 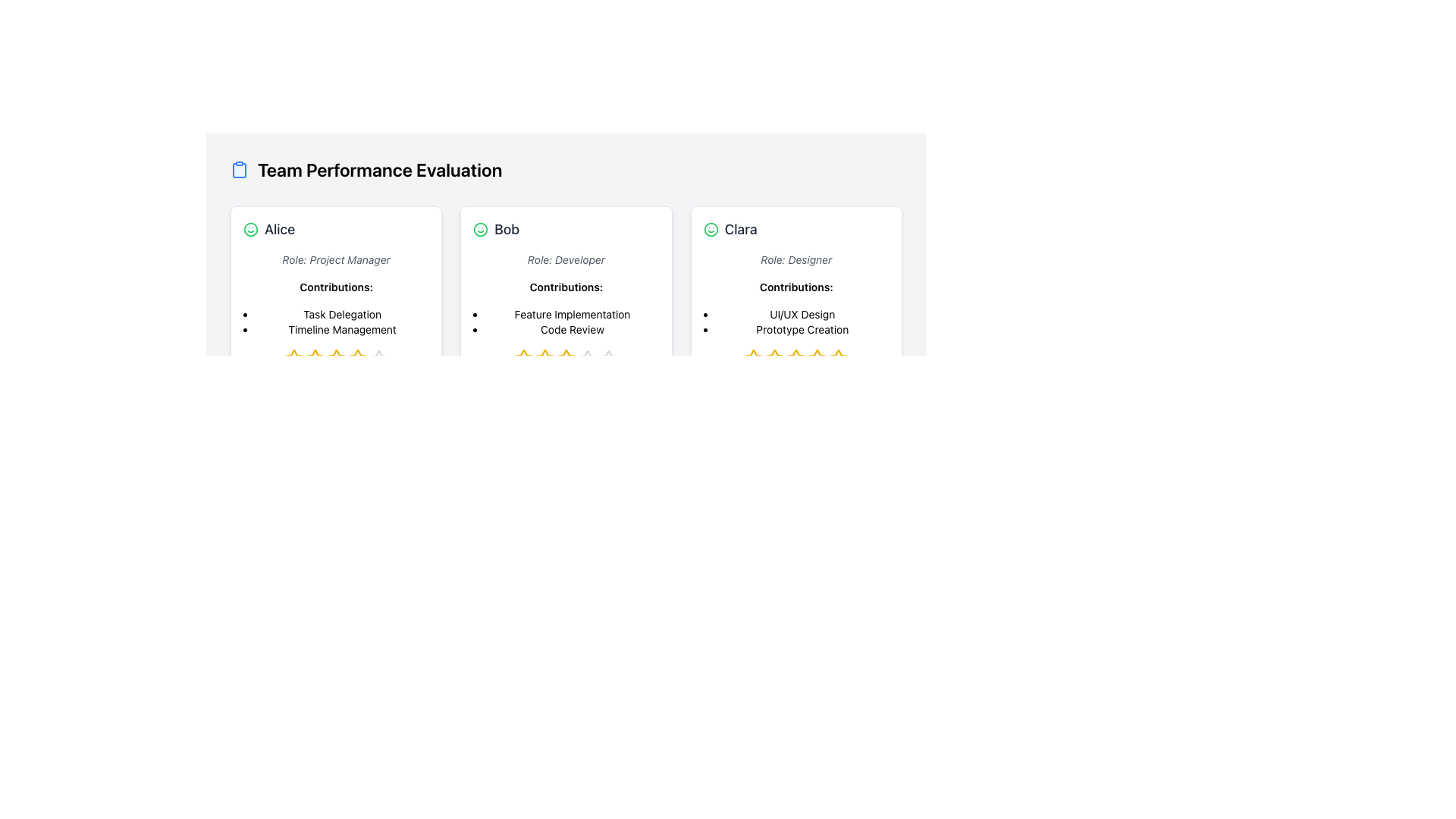 I want to click on the star ratings of the team member card located in the middle column of the grid layout to modify the rating, so click(x=566, y=308).